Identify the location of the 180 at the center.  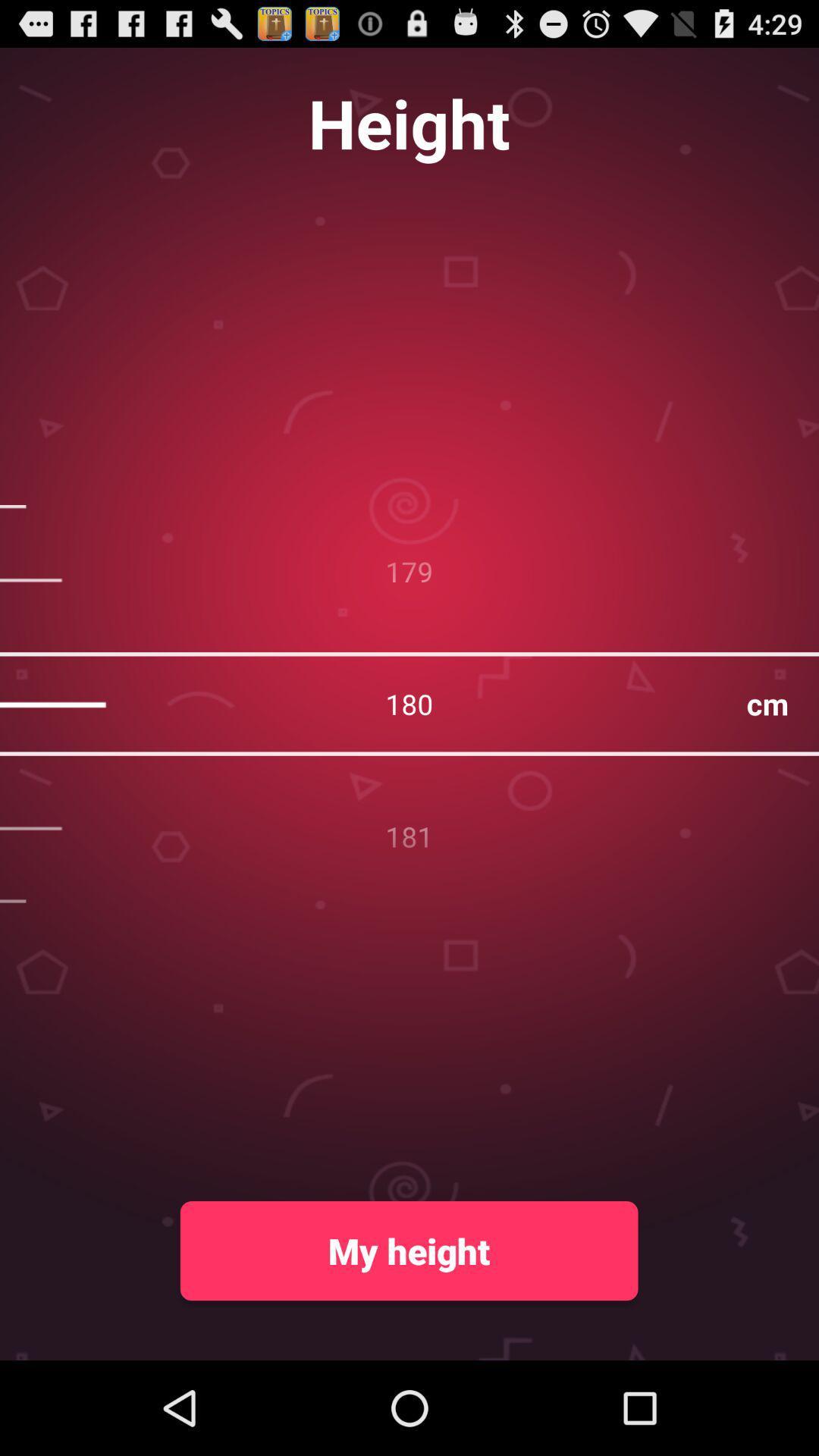
(409, 703).